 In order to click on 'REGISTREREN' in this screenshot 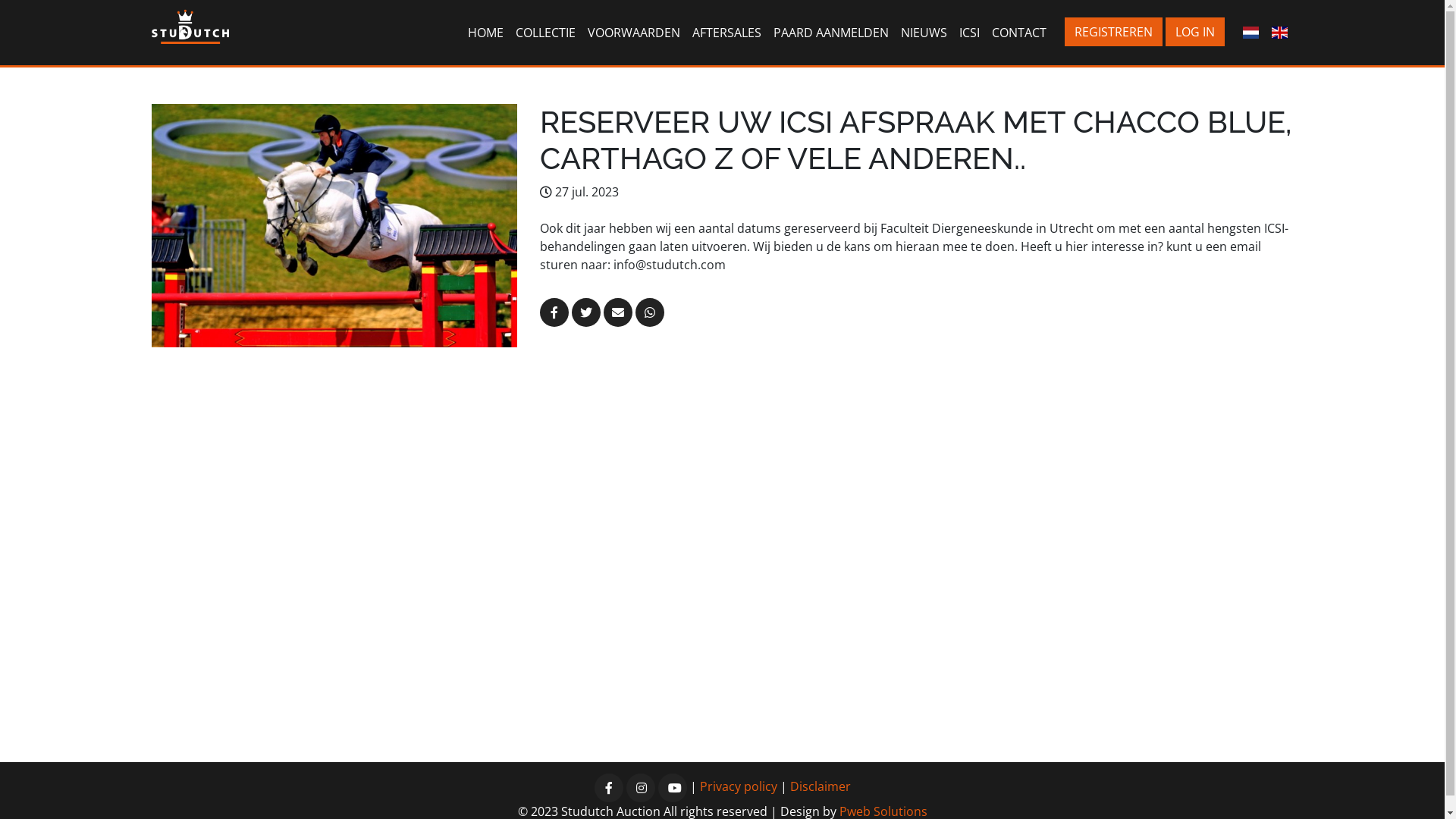, I will do `click(1113, 32)`.